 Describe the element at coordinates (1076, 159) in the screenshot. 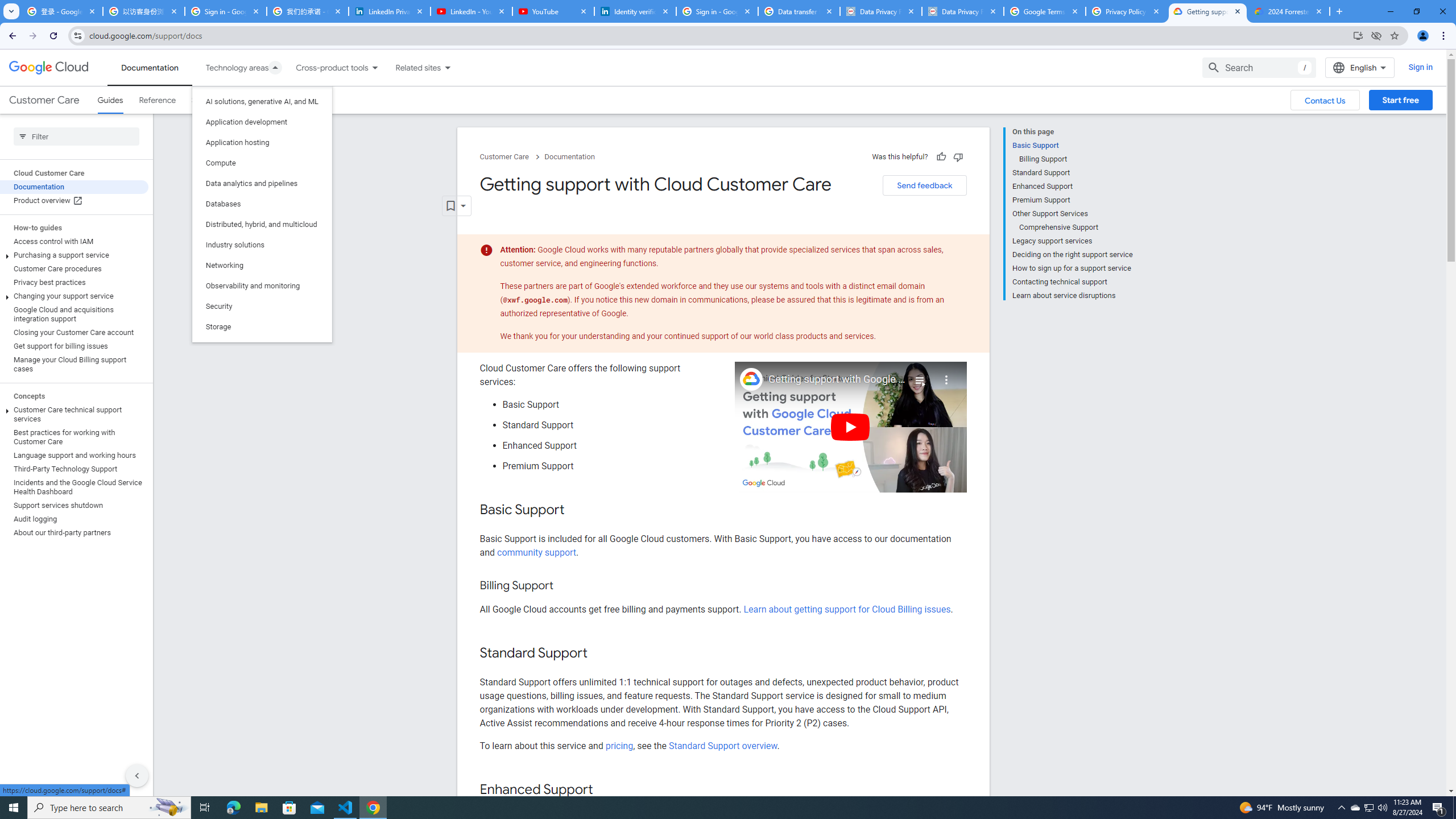

I see `'Billing Support'` at that location.